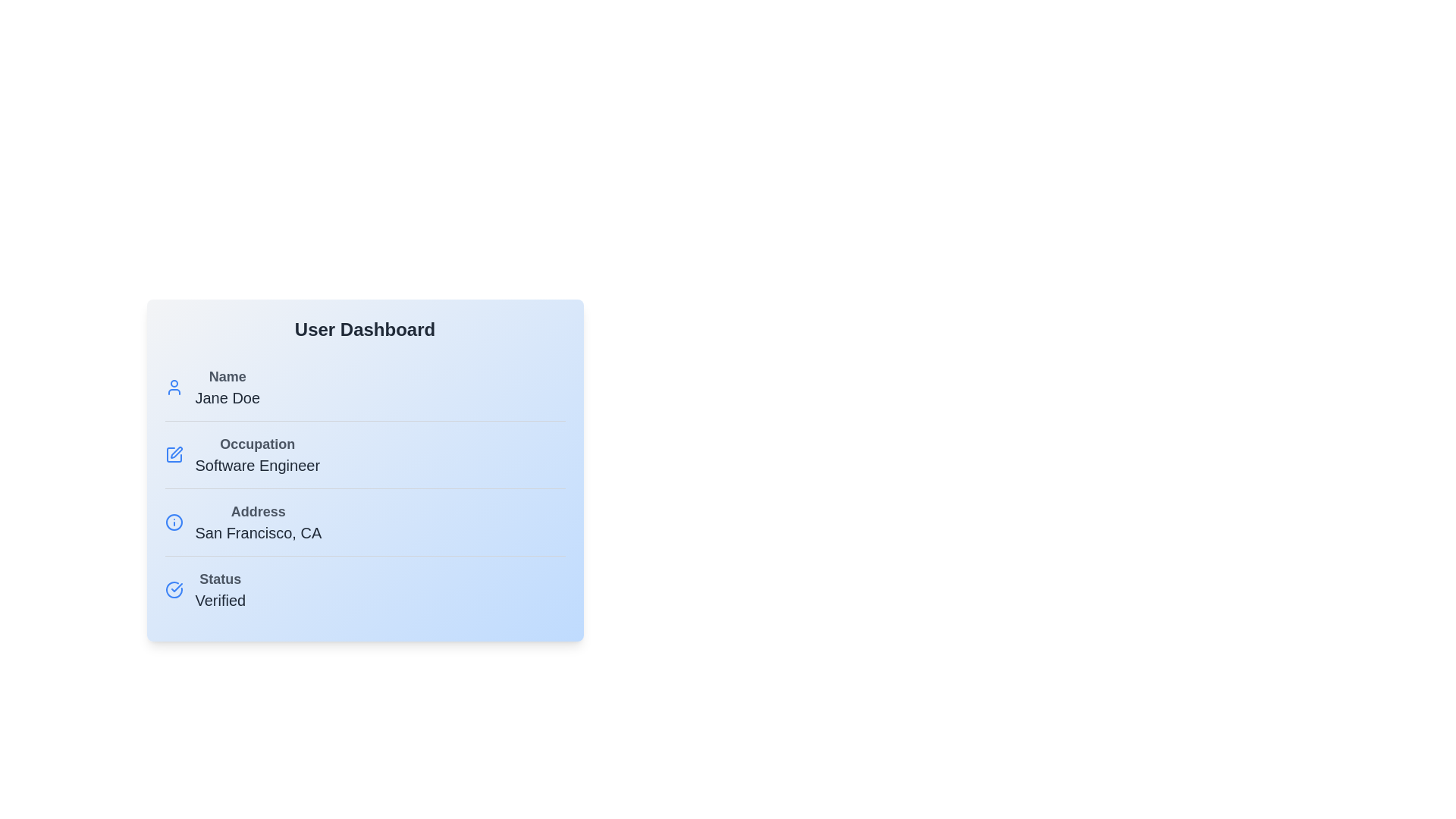  I want to click on text content displayed in the occupation information element located on the User Dashboard, which is the second entry below the Name and above the Address, so click(257, 454).